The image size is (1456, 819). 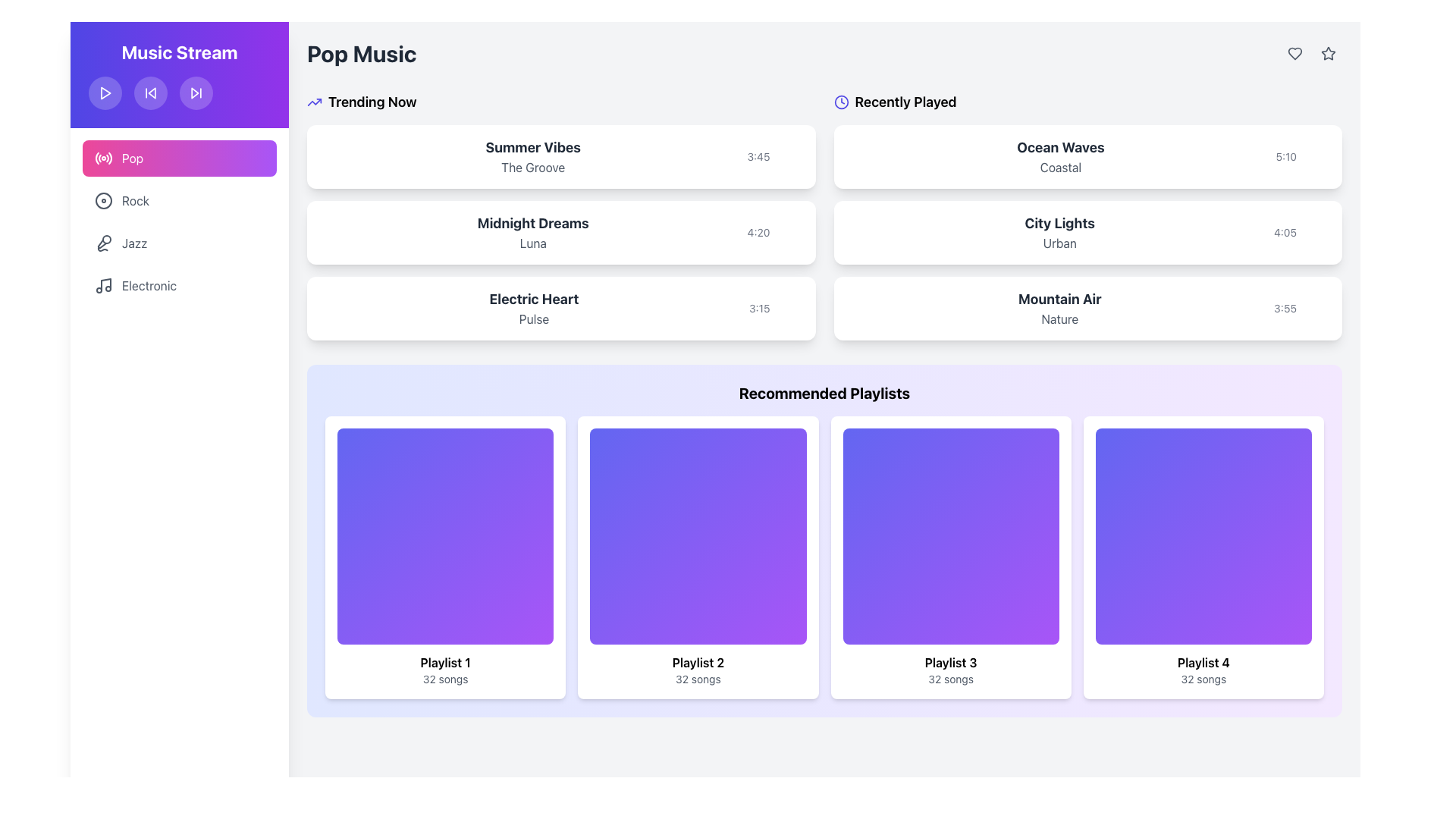 What do you see at coordinates (533, 233) in the screenshot?
I see `titles from the Text block containing 'Midnight Dreams' and subtitle 'Luna', located in the middle of the second row within the 'Trending Now' section` at bounding box center [533, 233].